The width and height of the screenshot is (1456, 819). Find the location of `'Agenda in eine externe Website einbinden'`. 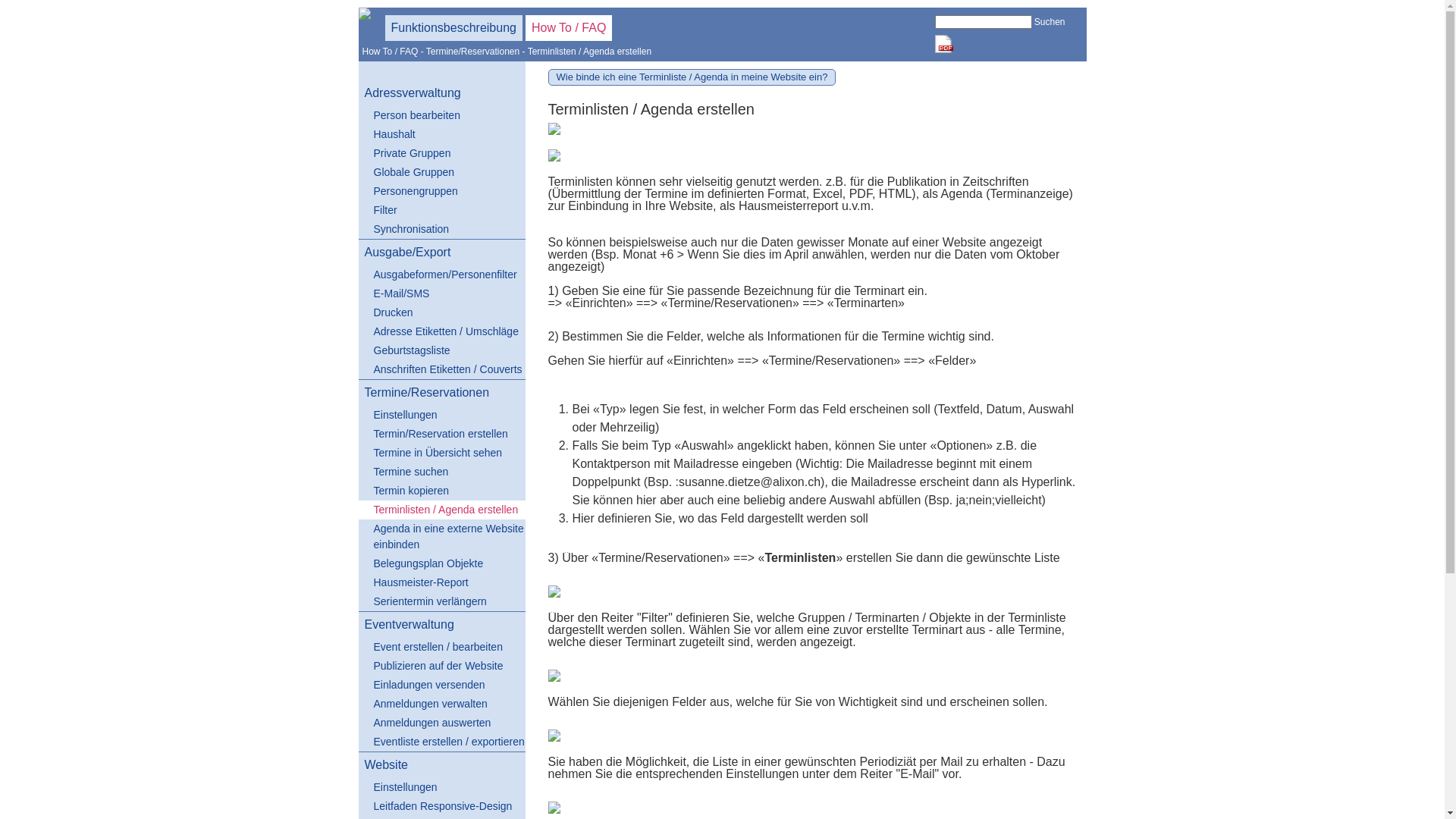

'Agenda in eine externe Website einbinden' is located at coordinates (440, 536).